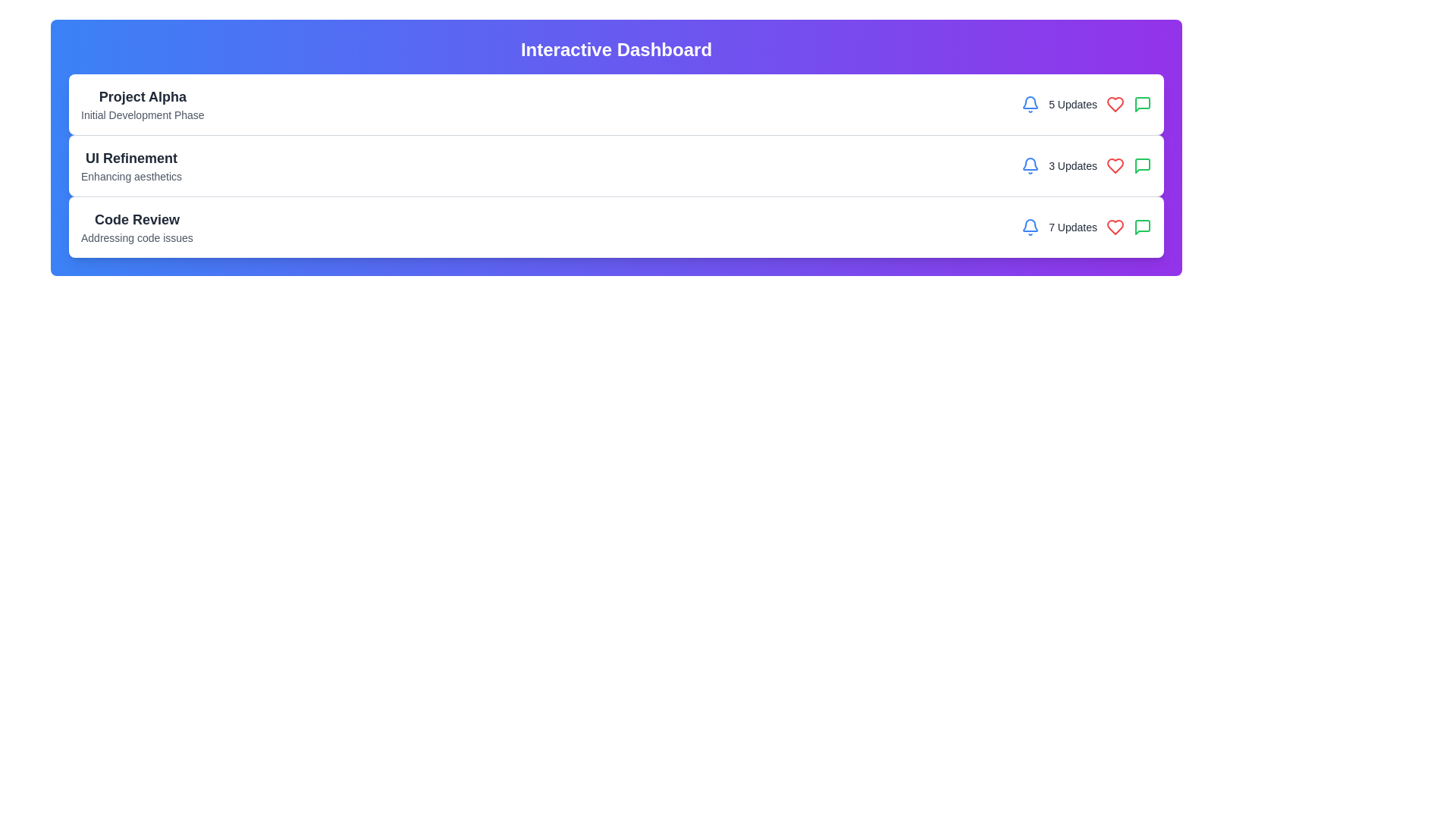  I want to click on the bell icon, which serves as a notification symbol indicating alerts or updates, located at the far left of a group of icons including a heart and a speech bubble, along with the text '7 Updates', so click(1031, 227).